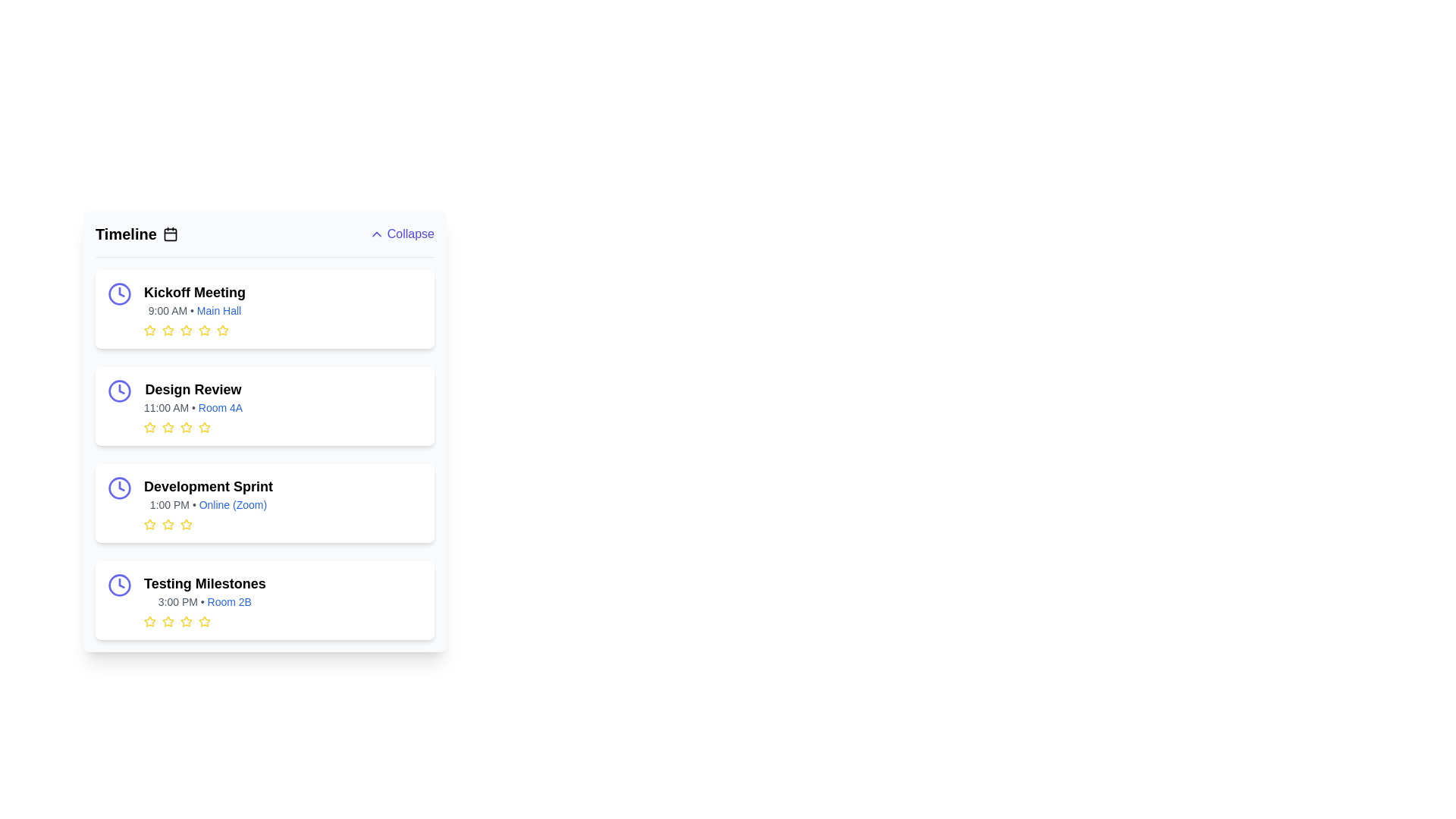 The height and width of the screenshot is (819, 1456). What do you see at coordinates (168, 329) in the screenshot?
I see `the second star icon in the rating system for the 'Kickoff Meeting' event` at bounding box center [168, 329].